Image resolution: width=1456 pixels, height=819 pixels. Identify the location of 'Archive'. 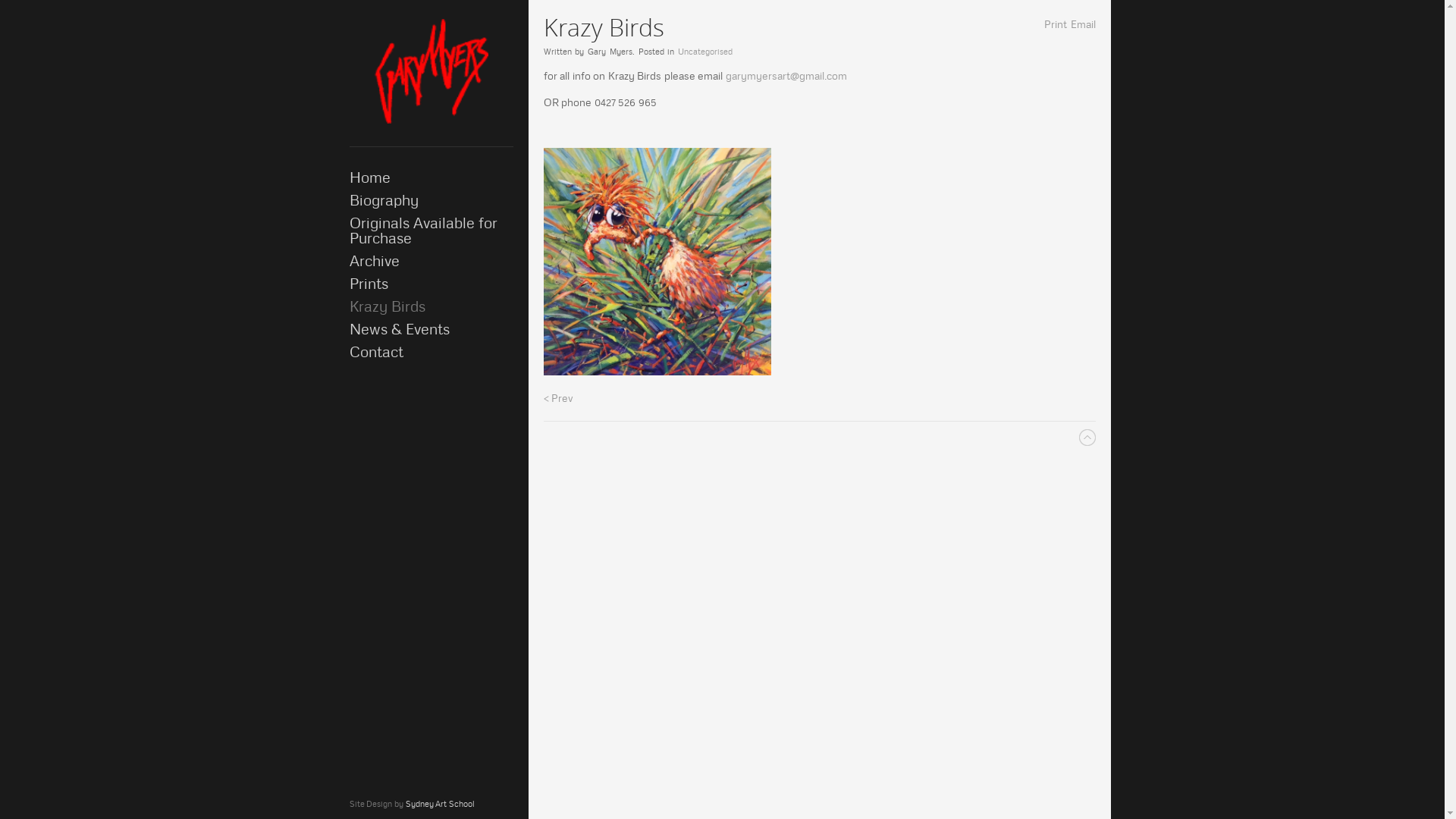
(429, 259).